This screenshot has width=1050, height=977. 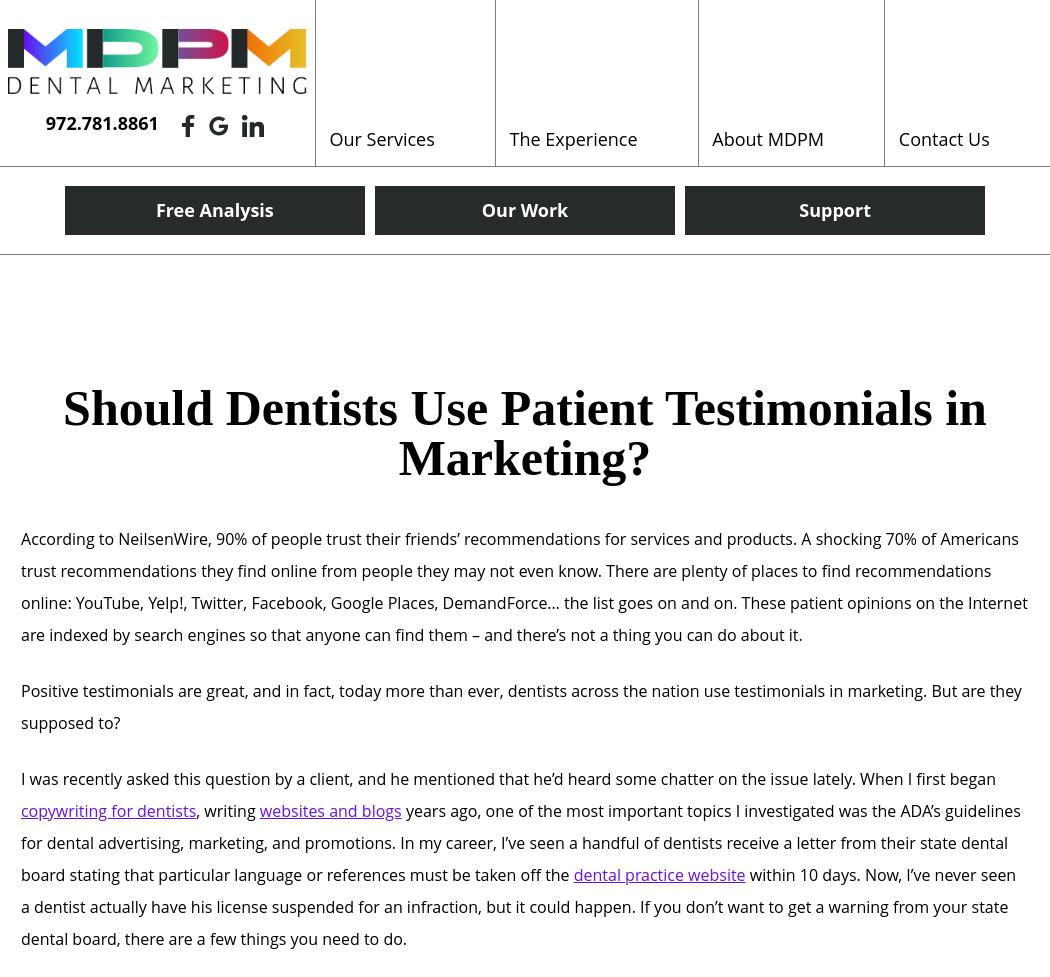 What do you see at coordinates (395, 276) in the screenshot?
I see `'Original Content'` at bounding box center [395, 276].